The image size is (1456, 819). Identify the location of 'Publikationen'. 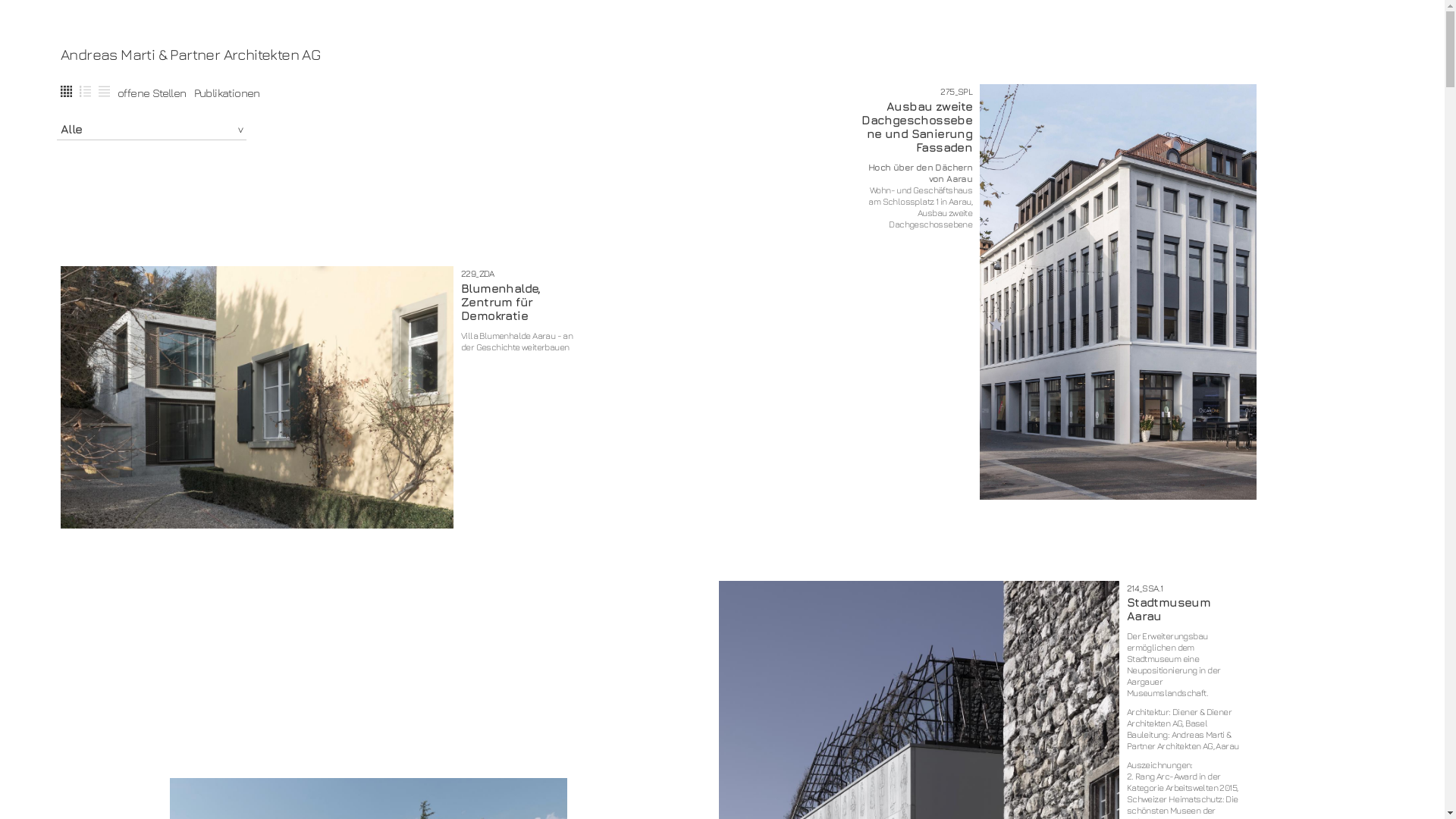
(226, 93).